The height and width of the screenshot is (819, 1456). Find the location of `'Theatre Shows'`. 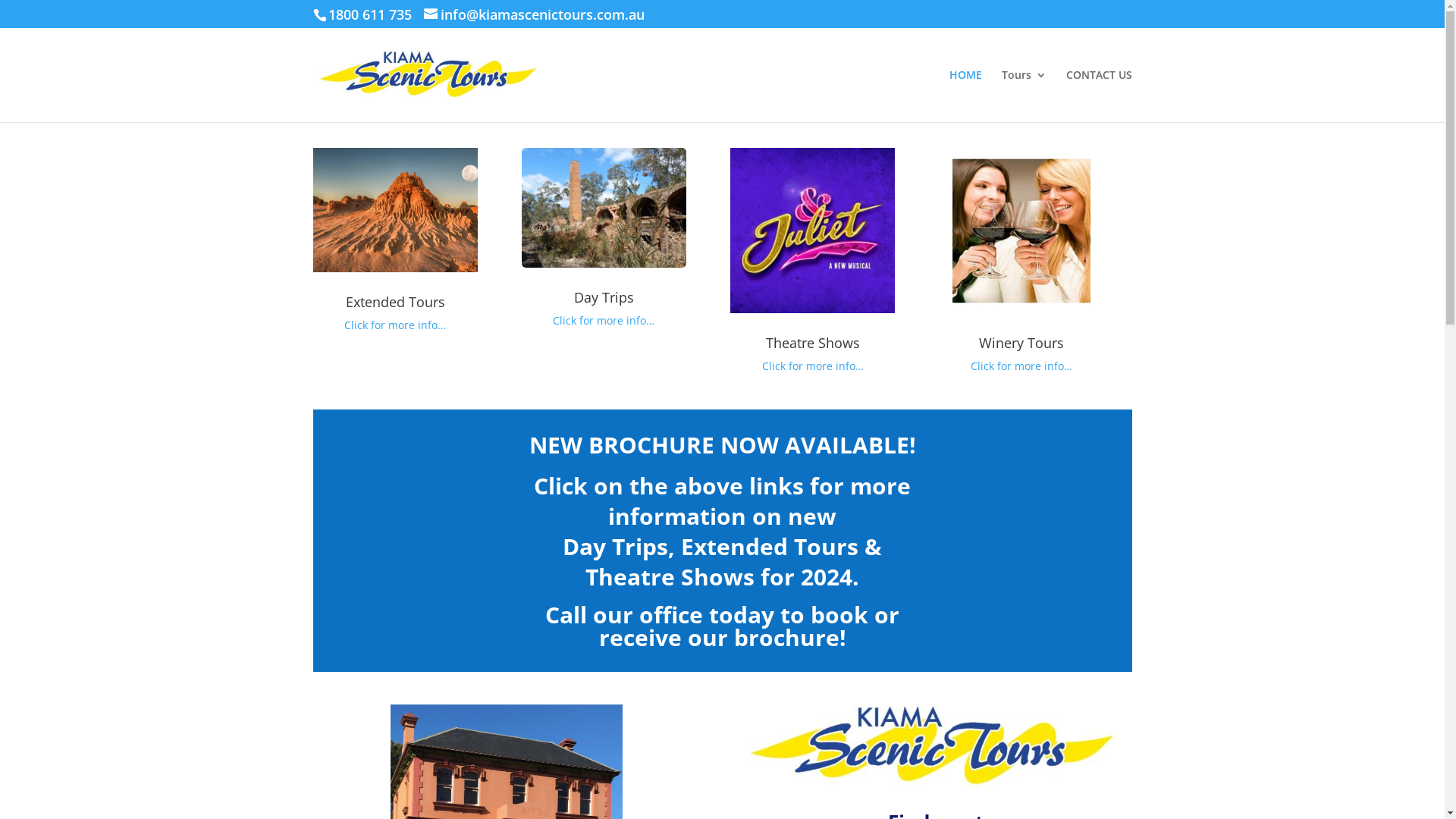

'Theatre Shows' is located at coordinates (811, 342).